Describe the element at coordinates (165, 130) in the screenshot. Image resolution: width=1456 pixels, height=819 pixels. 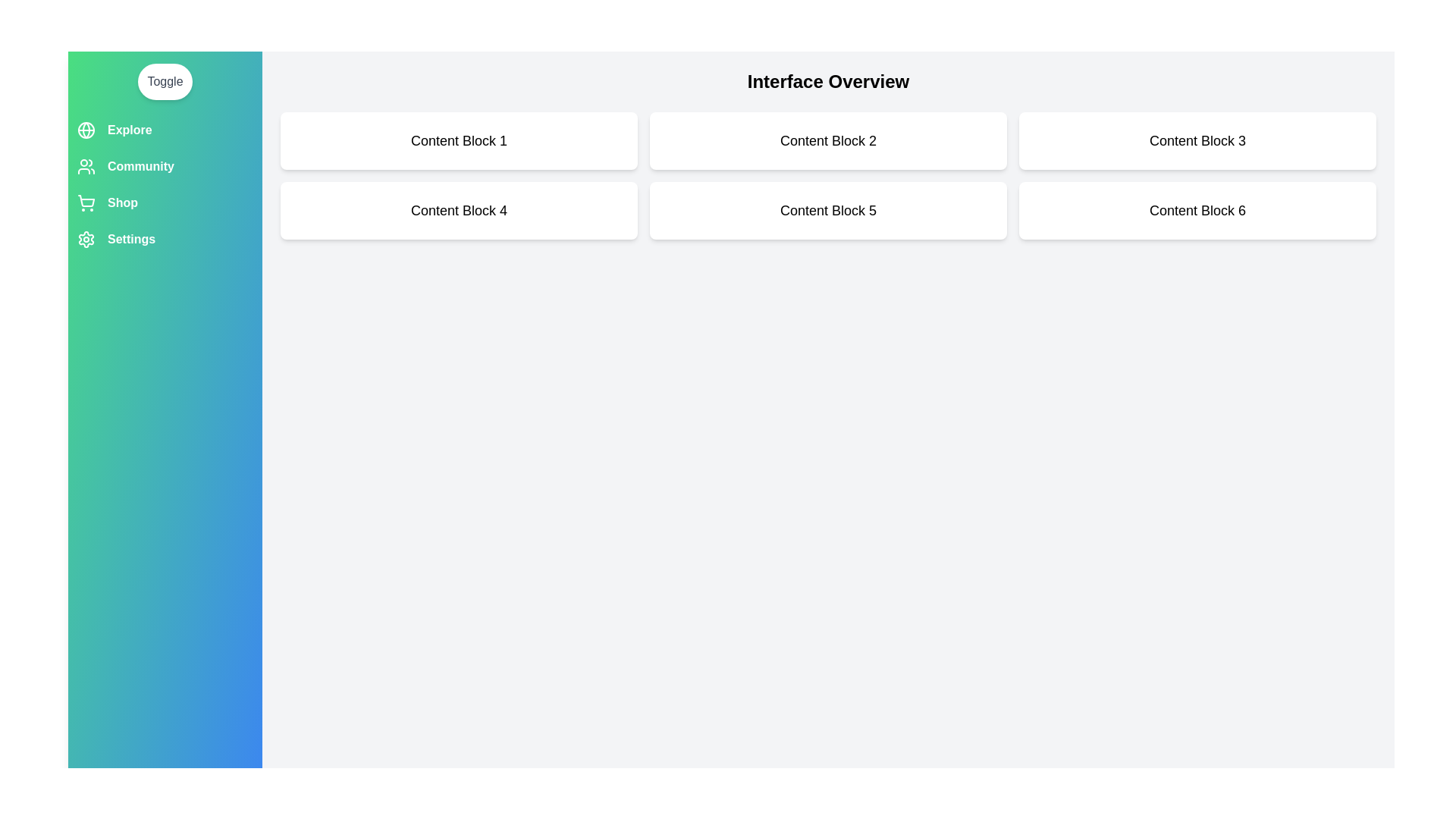
I see `the menu option labeled Explore in the drawer` at that location.